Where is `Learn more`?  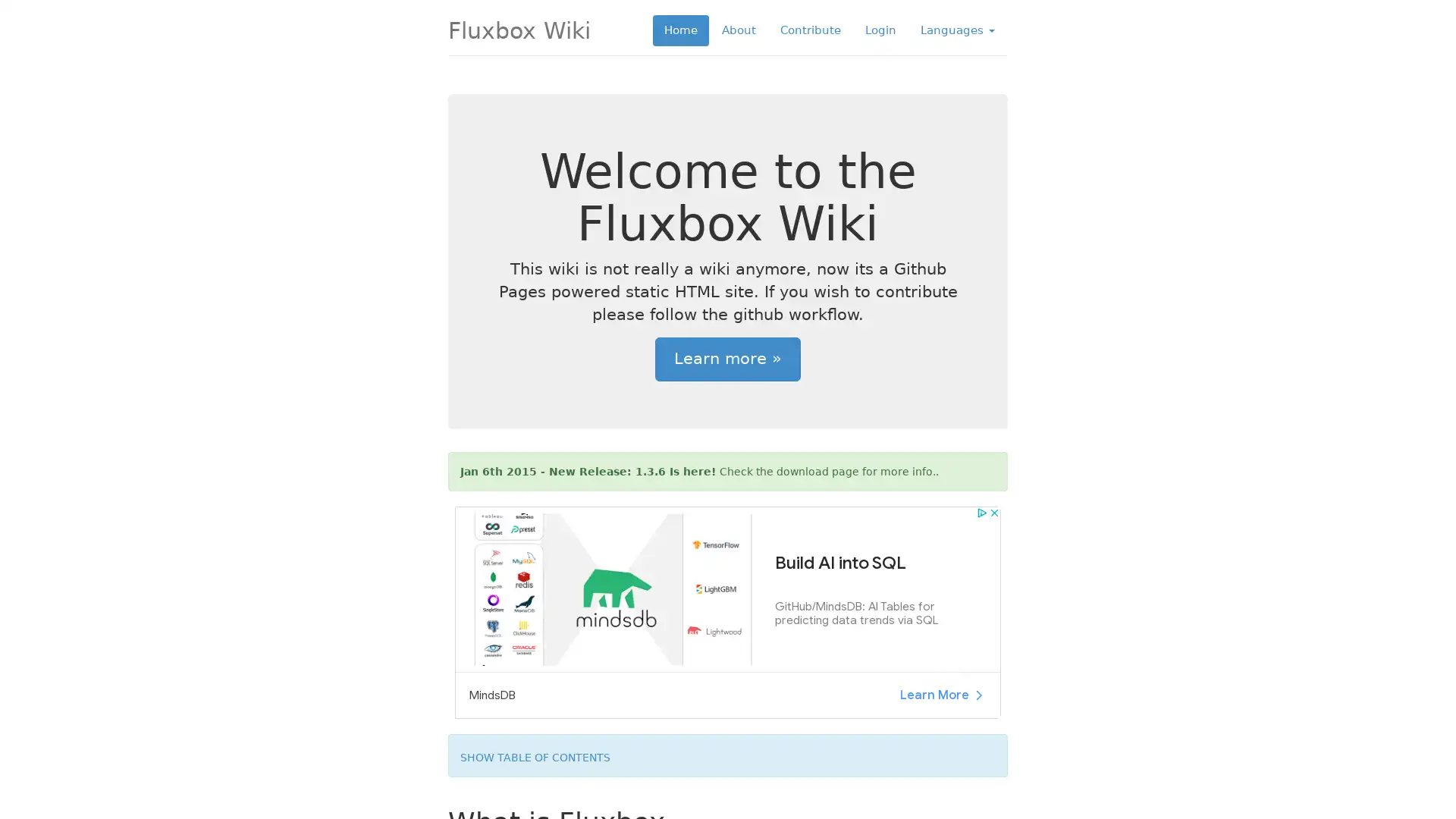
Learn more is located at coordinates (728, 359).